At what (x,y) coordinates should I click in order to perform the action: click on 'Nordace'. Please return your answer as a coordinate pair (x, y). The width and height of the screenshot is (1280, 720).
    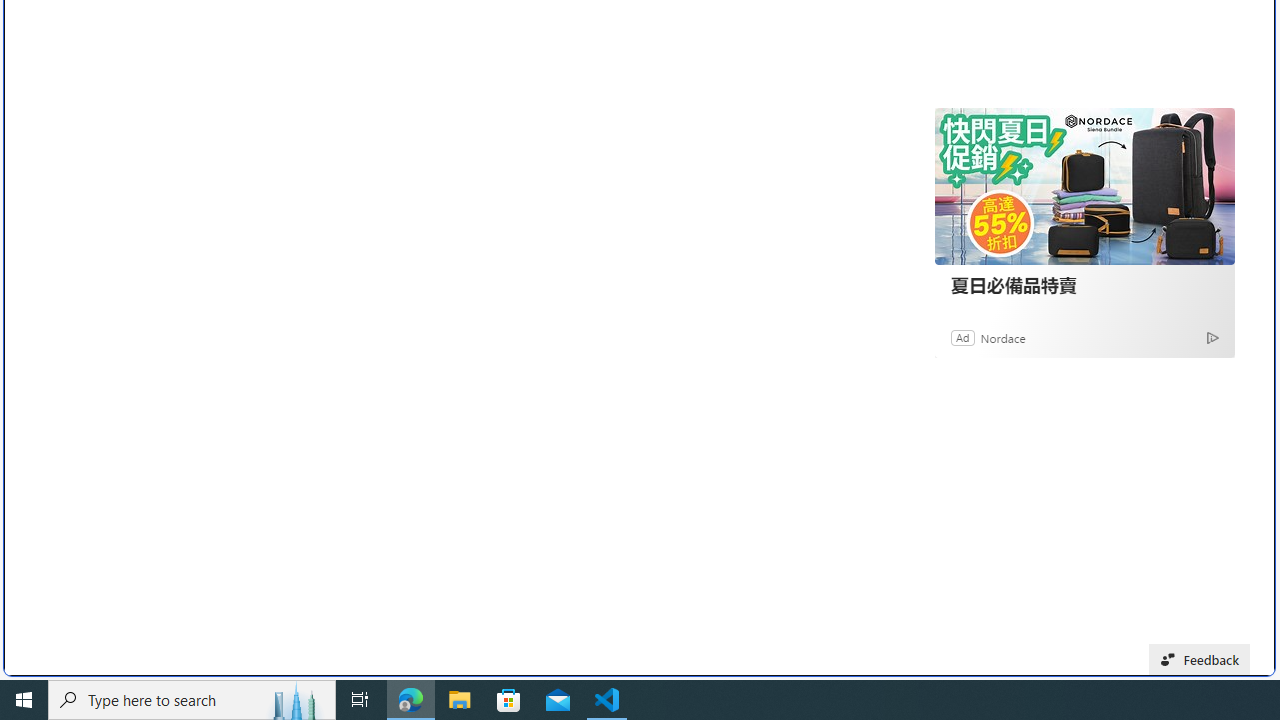
    Looking at the image, I should click on (1003, 336).